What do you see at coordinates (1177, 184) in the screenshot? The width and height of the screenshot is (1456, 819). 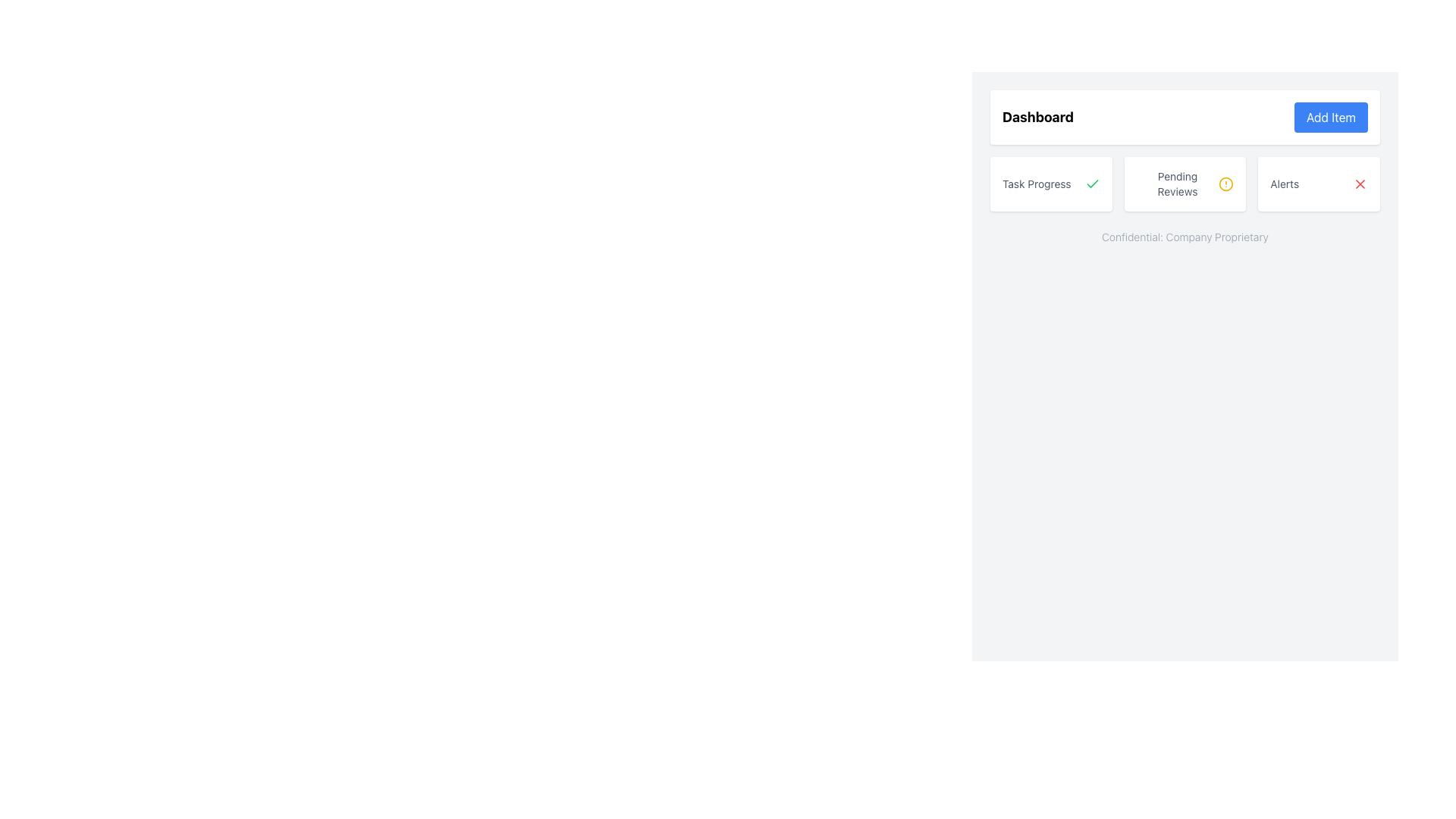 I see `the 'Pending Reviews' text label located in the middle card of three cards under the 'Dashboard' heading` at bounding box center [1177, 184].